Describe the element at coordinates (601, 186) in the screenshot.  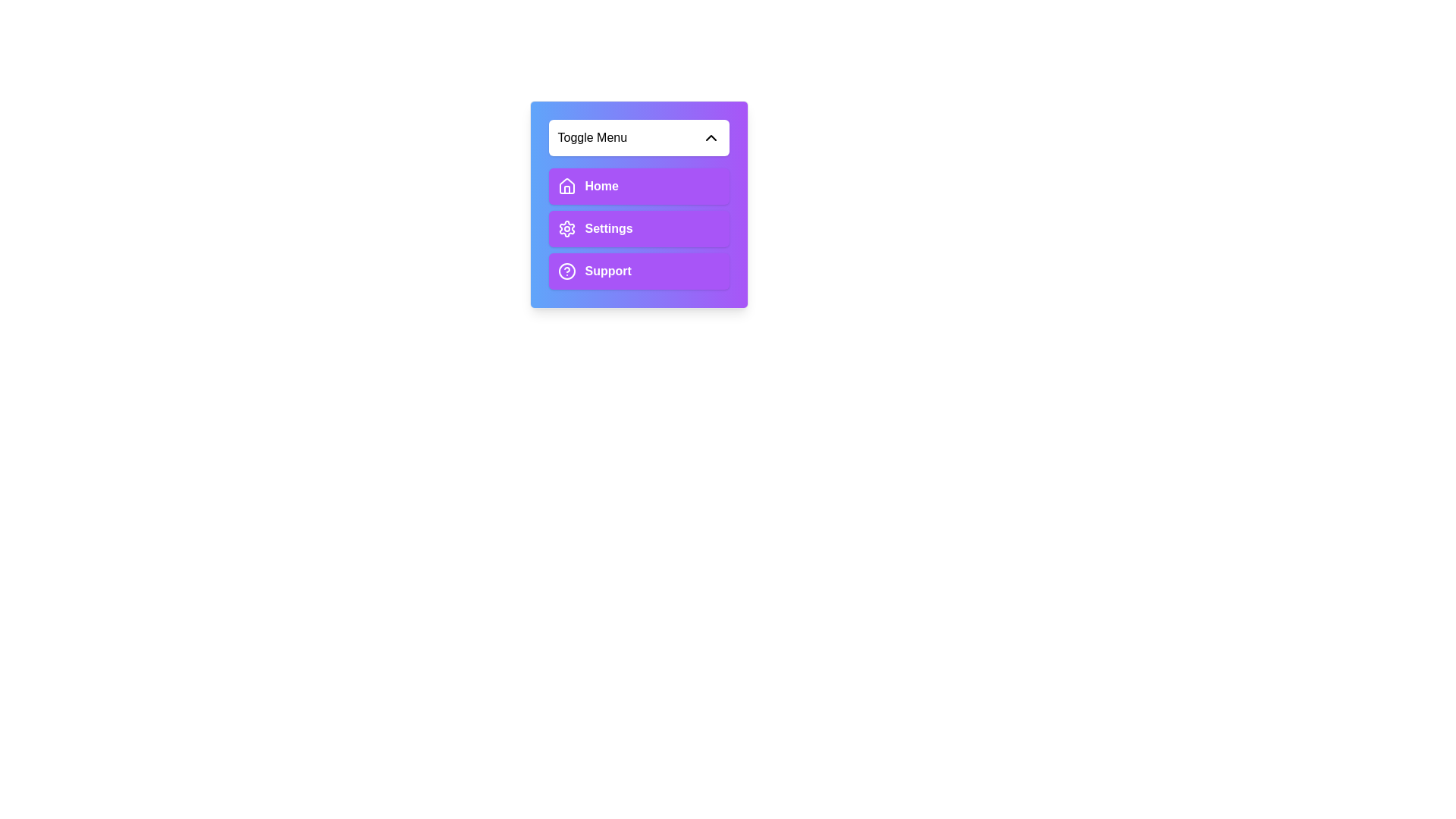
I see `the 'Home' text label, which is in bold white text on a purple background, located in the first purple tab beneath the 'Toggle Menu' dropdown` at that location.